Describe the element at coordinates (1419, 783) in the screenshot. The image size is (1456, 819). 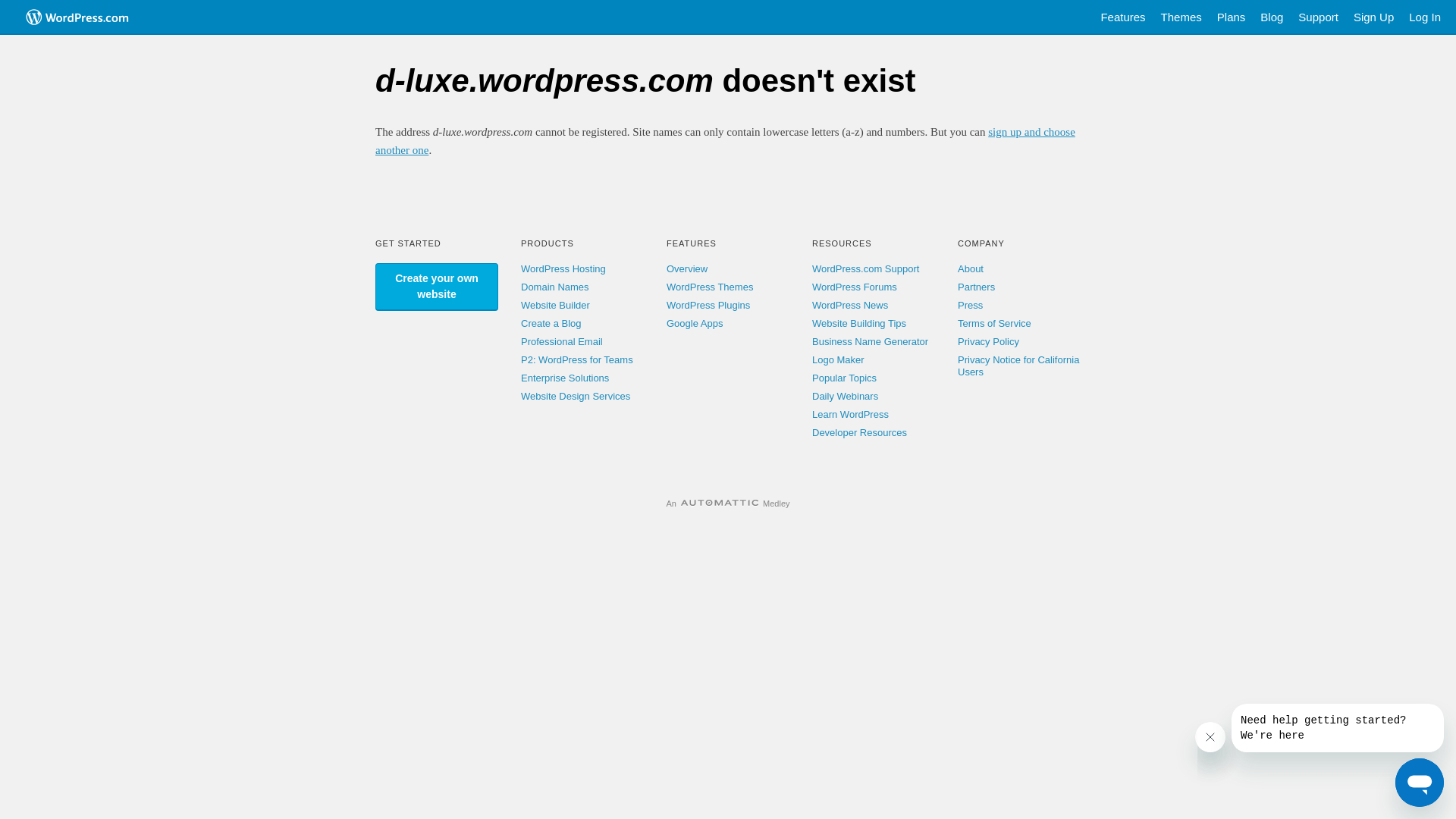
I see `'Button to launch messaging window'` at that location.